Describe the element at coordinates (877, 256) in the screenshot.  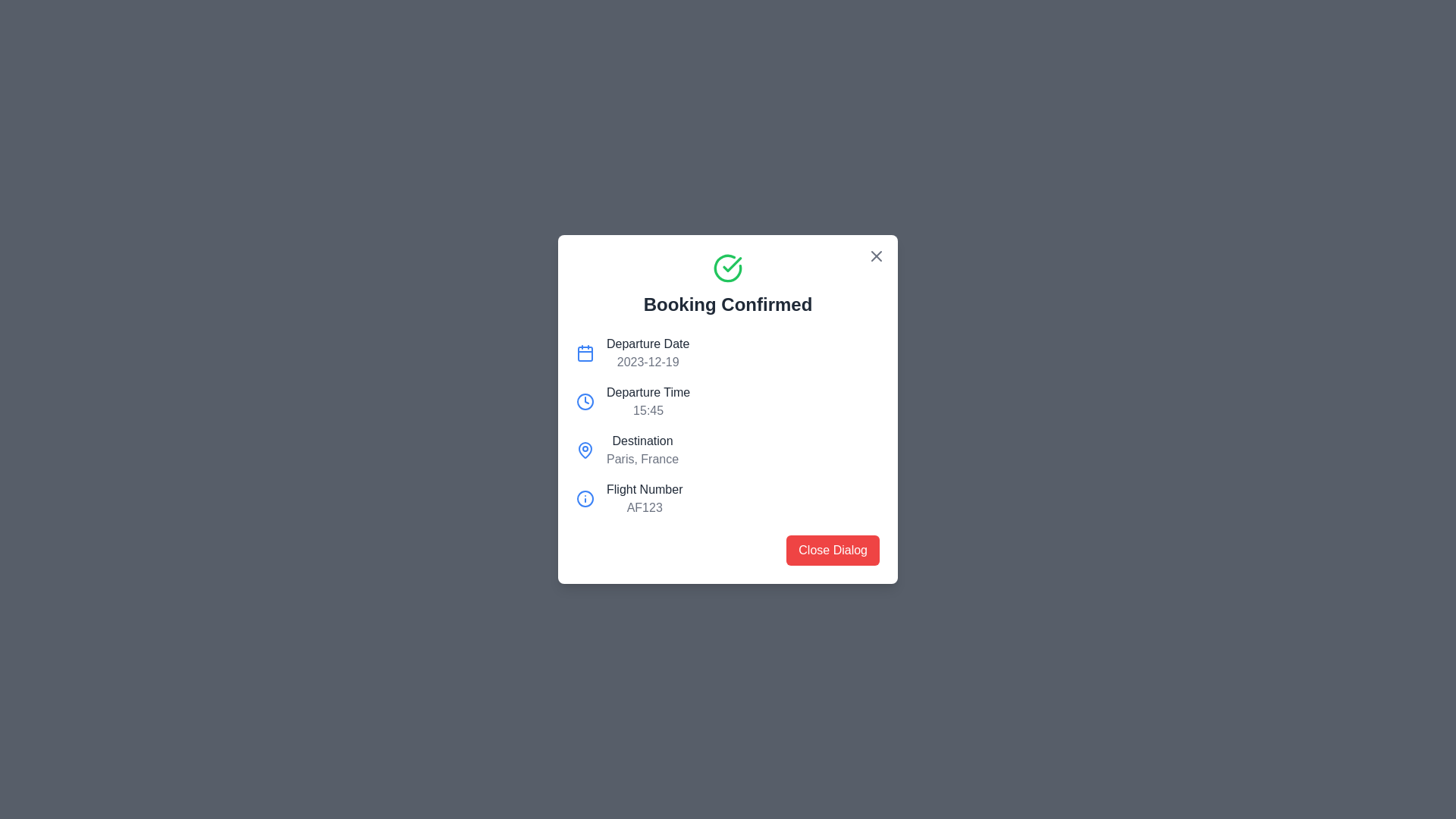
I see `the close button located in the top-right corner of the 'Booking Confirmed' dialog box` at that location.